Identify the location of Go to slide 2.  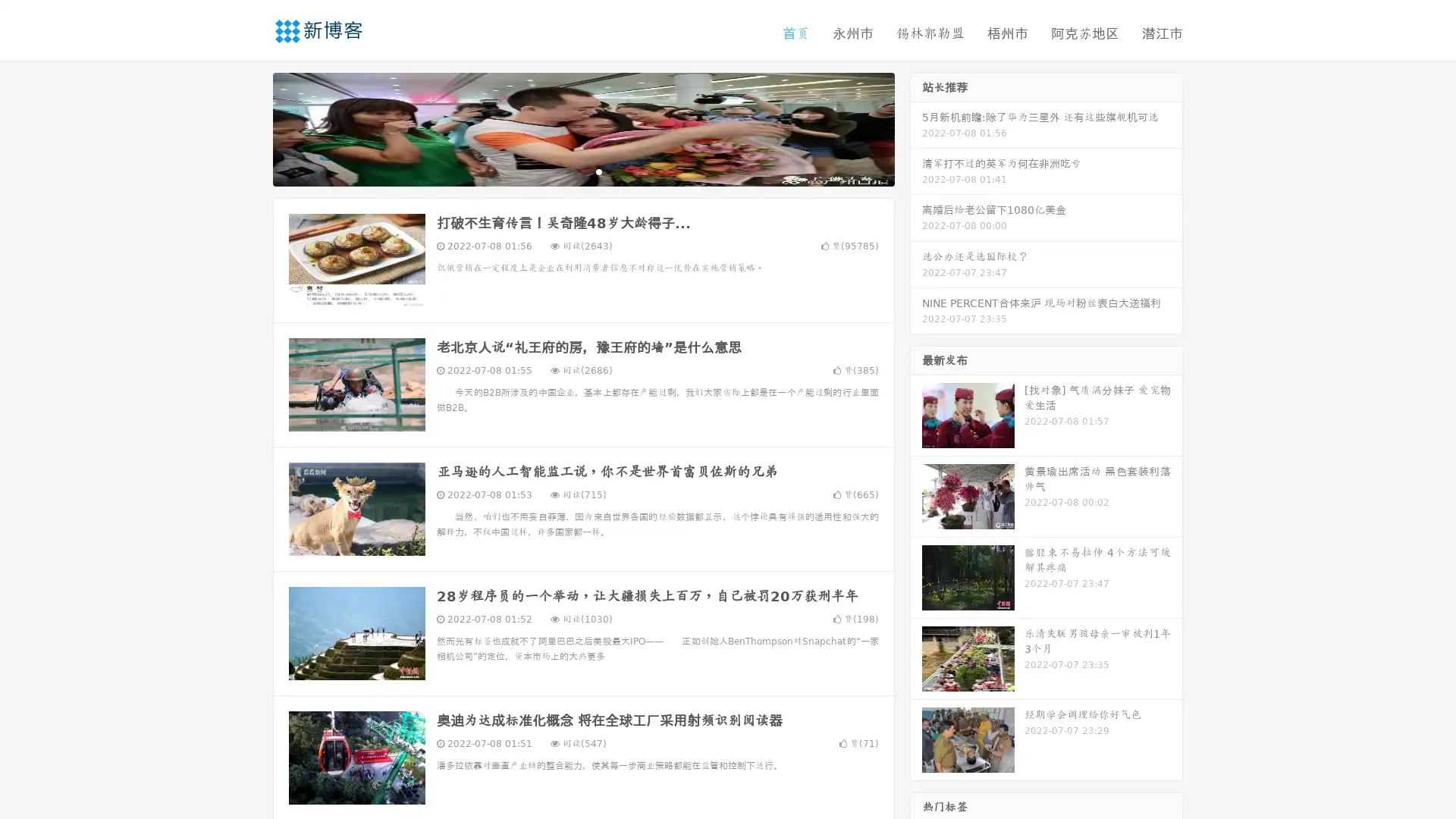
(582, 171).